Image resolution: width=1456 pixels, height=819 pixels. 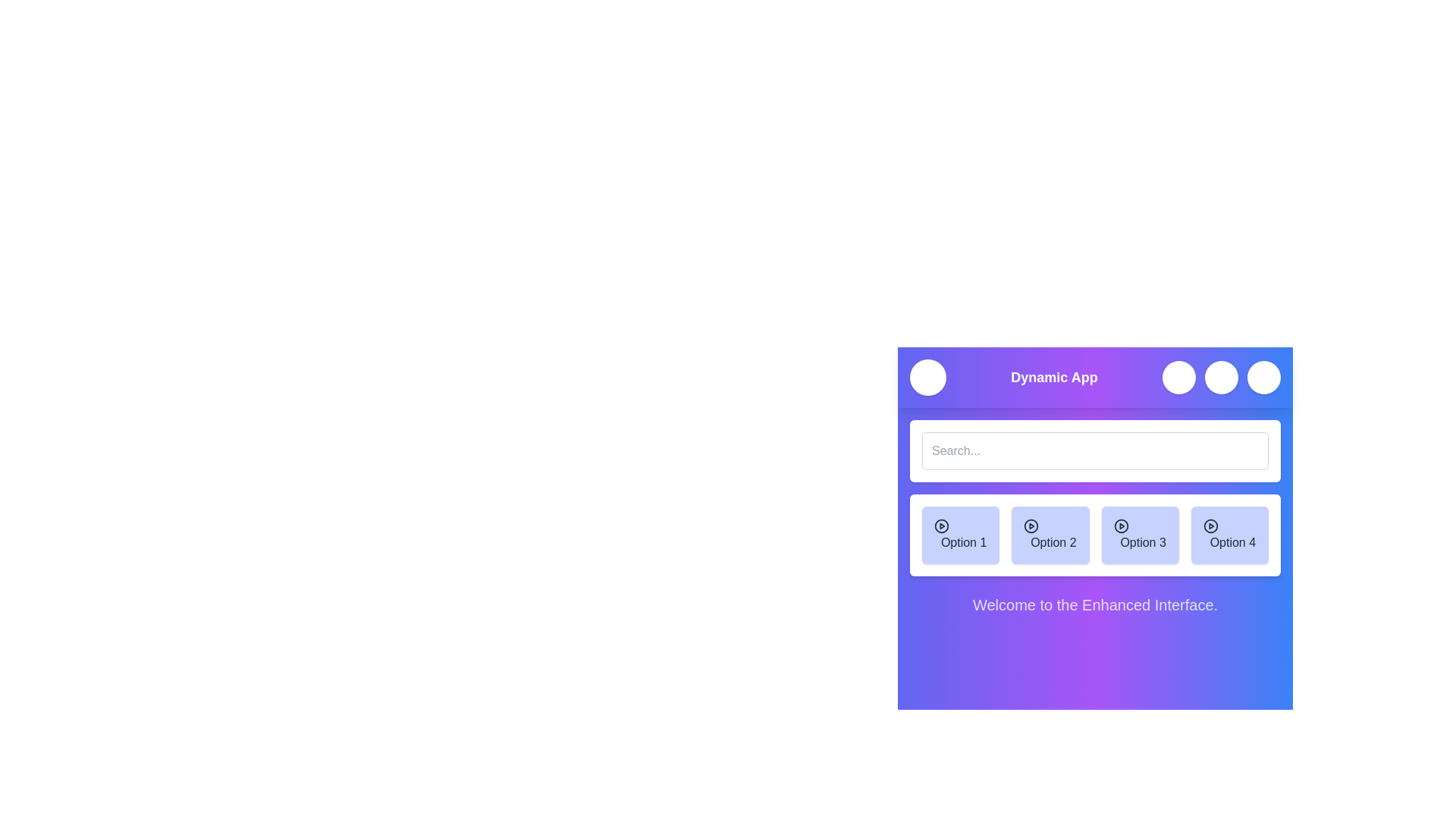 I want to click on the menu option Option 1 to select it, so click(x=960, y=534).